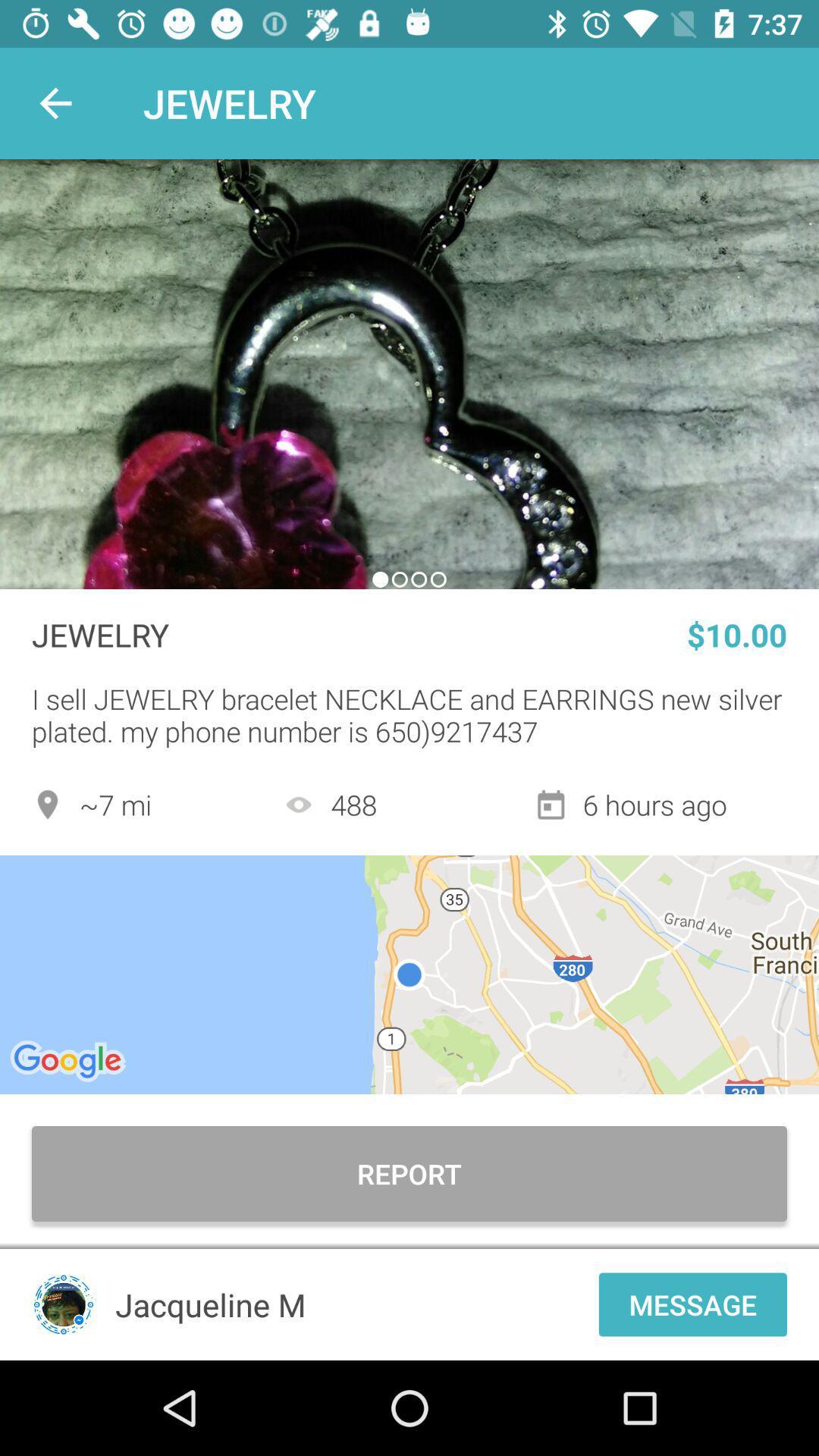 The image size is (819, 1456). Describe the element at coordinates (63, 1304) in the screenshot. I see `the icon next to the jacqueline m` at that location.